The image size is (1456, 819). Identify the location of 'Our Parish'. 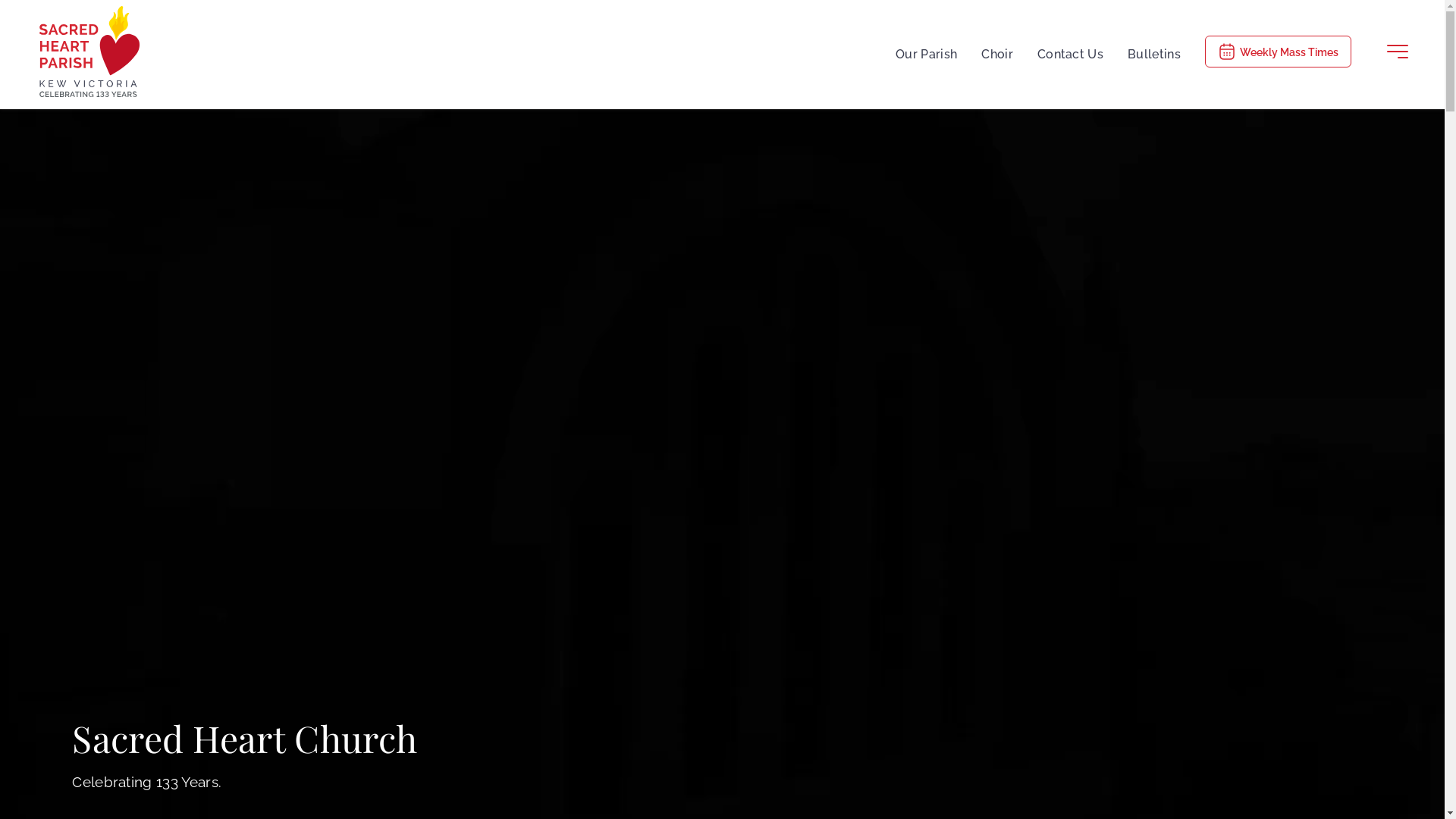
(925, 51).